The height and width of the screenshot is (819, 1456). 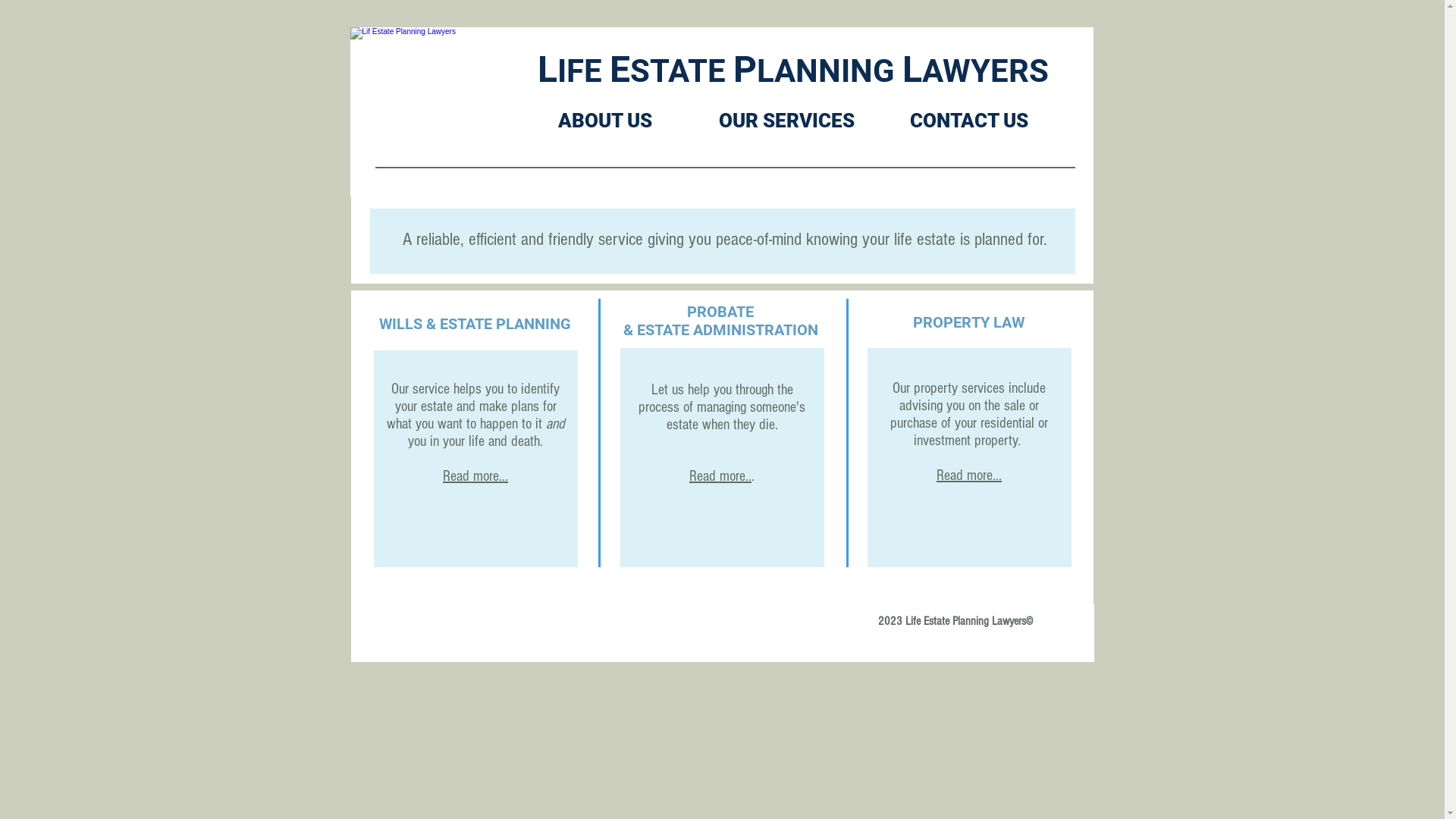 I want to click on 'STATE', so click(x=679, y=71).